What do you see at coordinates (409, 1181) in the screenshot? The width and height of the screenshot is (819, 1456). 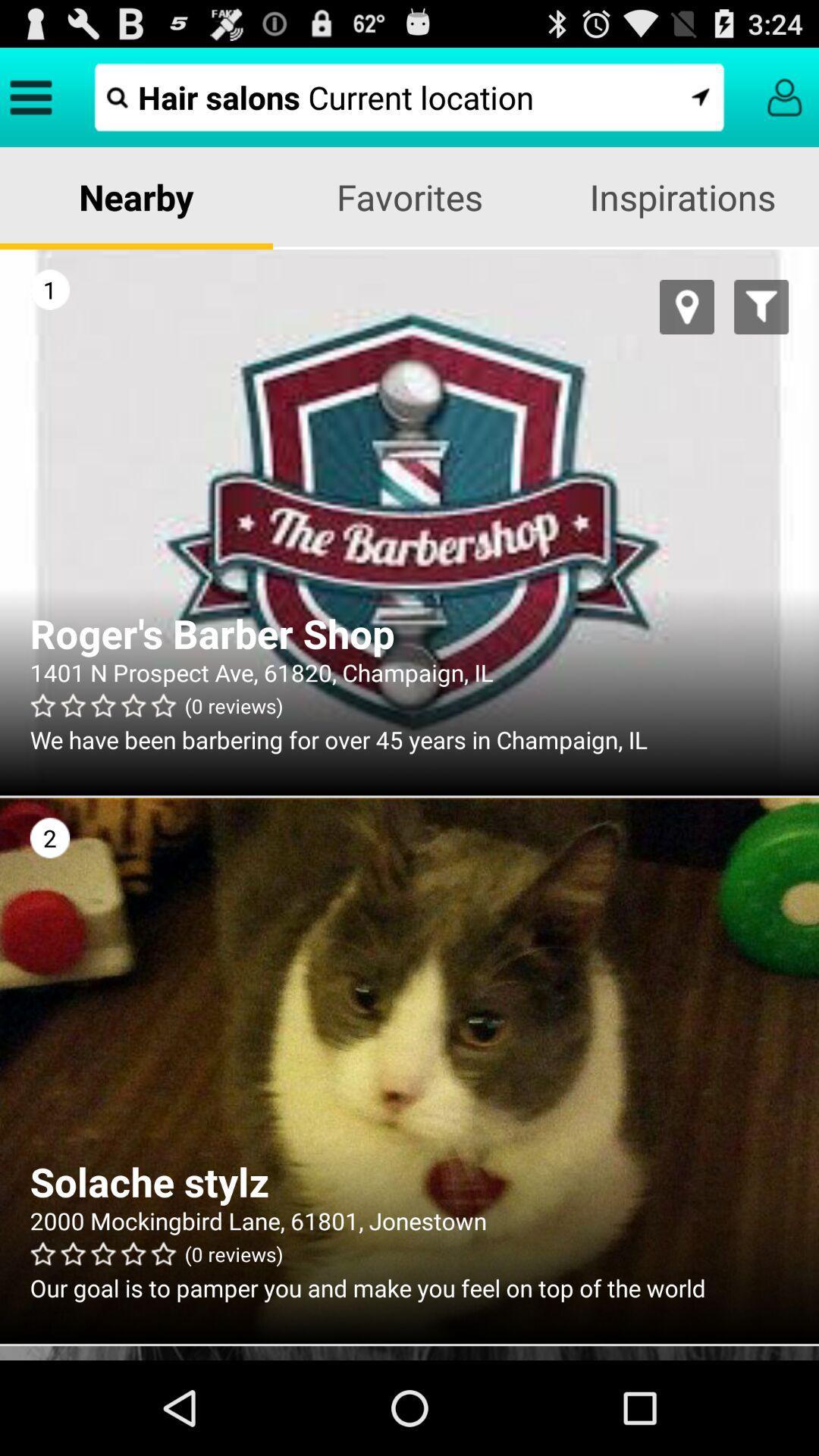 I see `solache stylz` at bounding box center [409, 1181].